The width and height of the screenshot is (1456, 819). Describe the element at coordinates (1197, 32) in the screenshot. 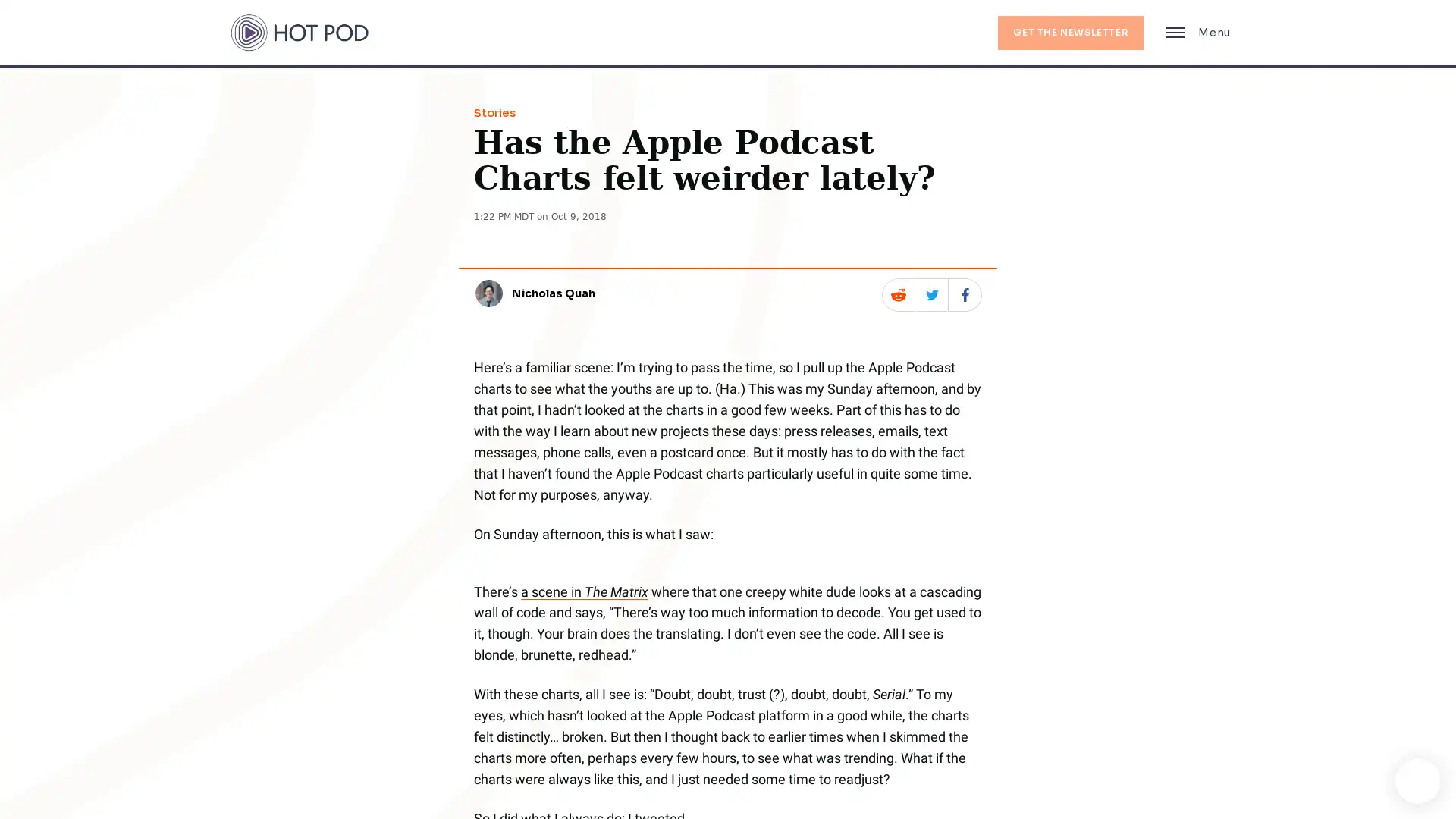

I see `Main Menu` at that location.